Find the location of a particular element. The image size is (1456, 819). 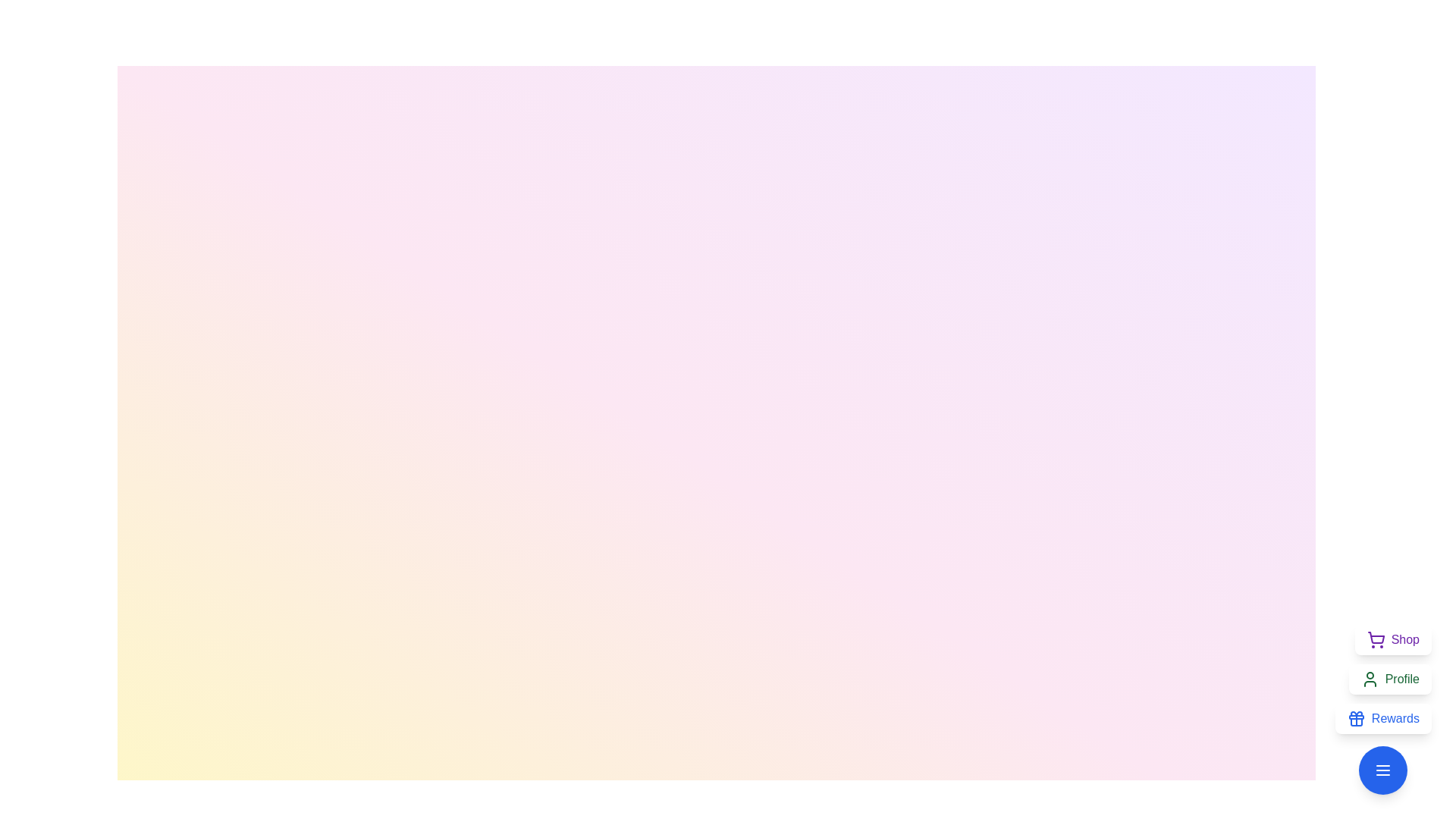

the 'Rewards' button, which is a rectangular button with a white background and blue text, located below the 'Profile' button is located at coordinates (1383, 718).